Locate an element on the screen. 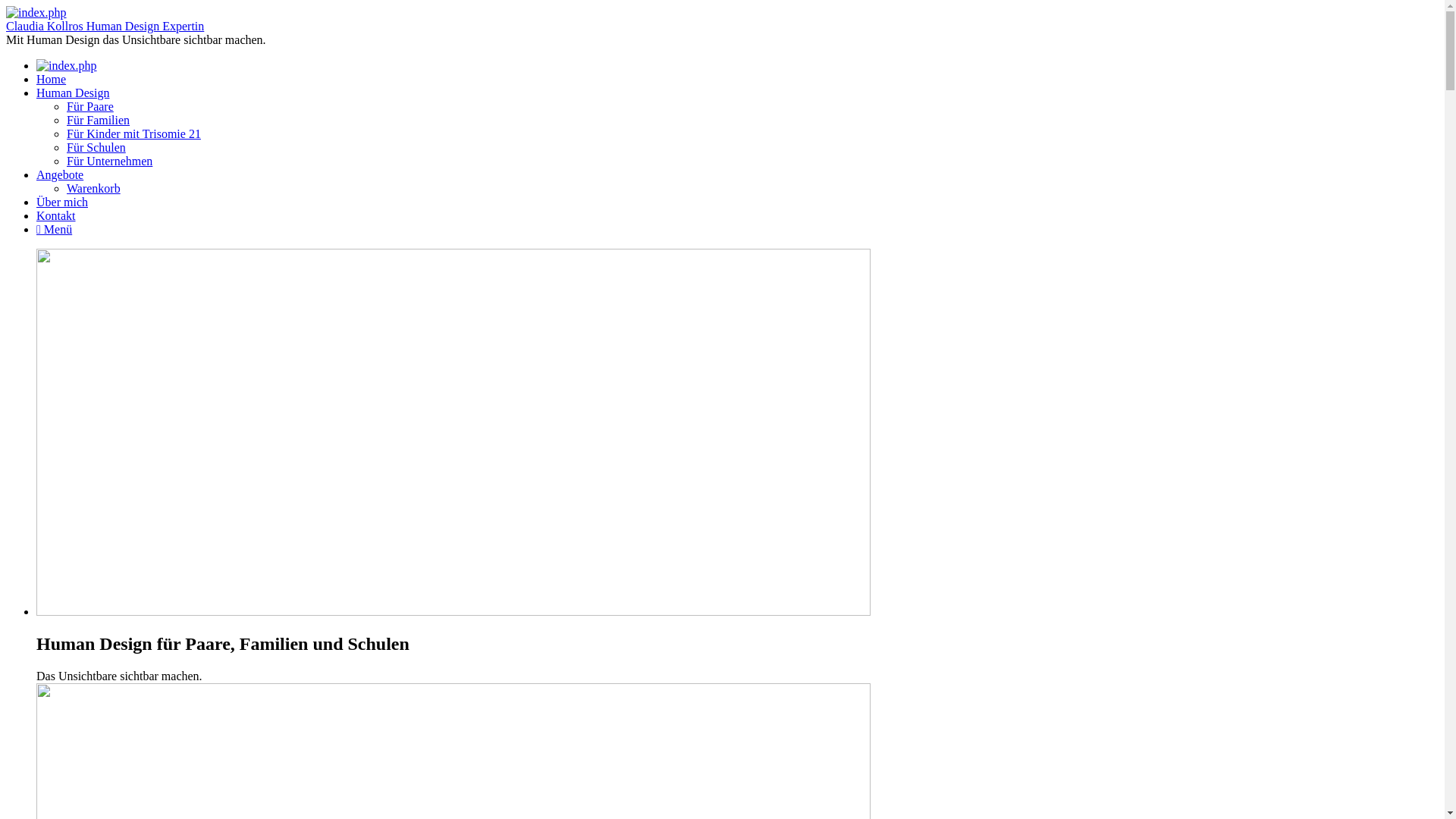  'Angebote' is located at coordinates (59, 174).